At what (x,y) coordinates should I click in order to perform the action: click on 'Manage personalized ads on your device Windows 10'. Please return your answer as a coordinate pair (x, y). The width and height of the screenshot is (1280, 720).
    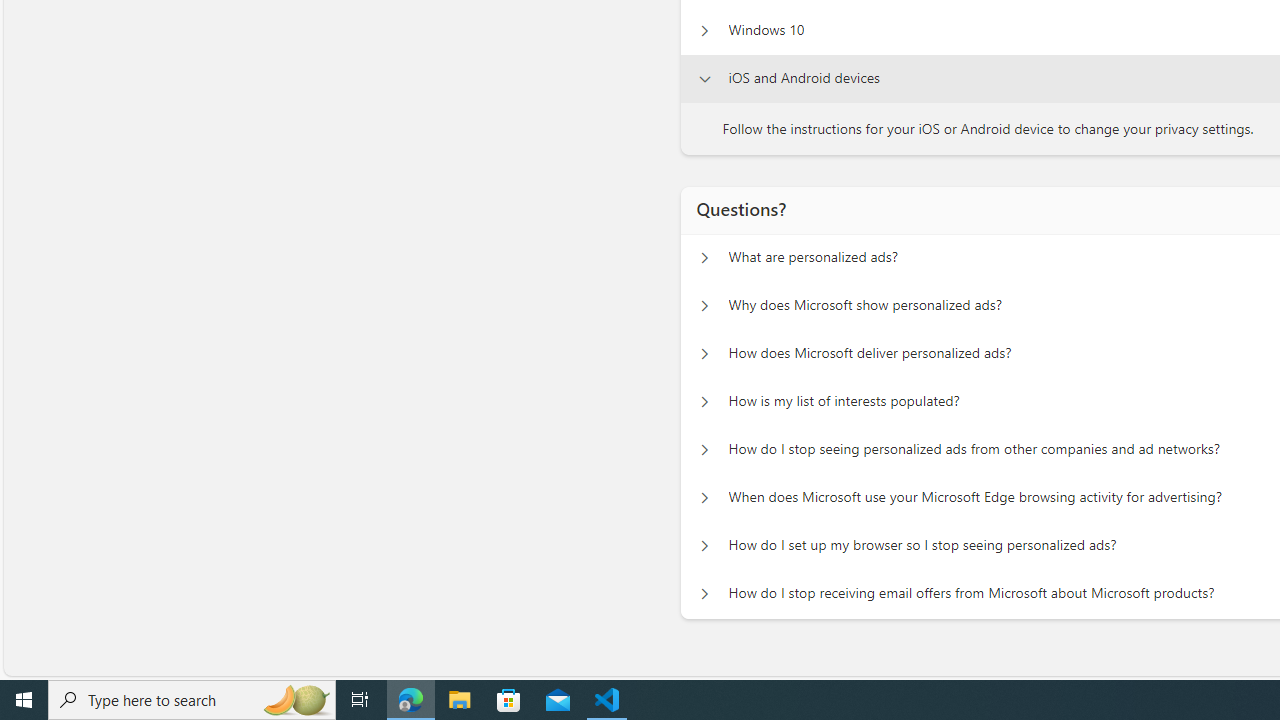
    Looking at the image, I should click on (704, 30).